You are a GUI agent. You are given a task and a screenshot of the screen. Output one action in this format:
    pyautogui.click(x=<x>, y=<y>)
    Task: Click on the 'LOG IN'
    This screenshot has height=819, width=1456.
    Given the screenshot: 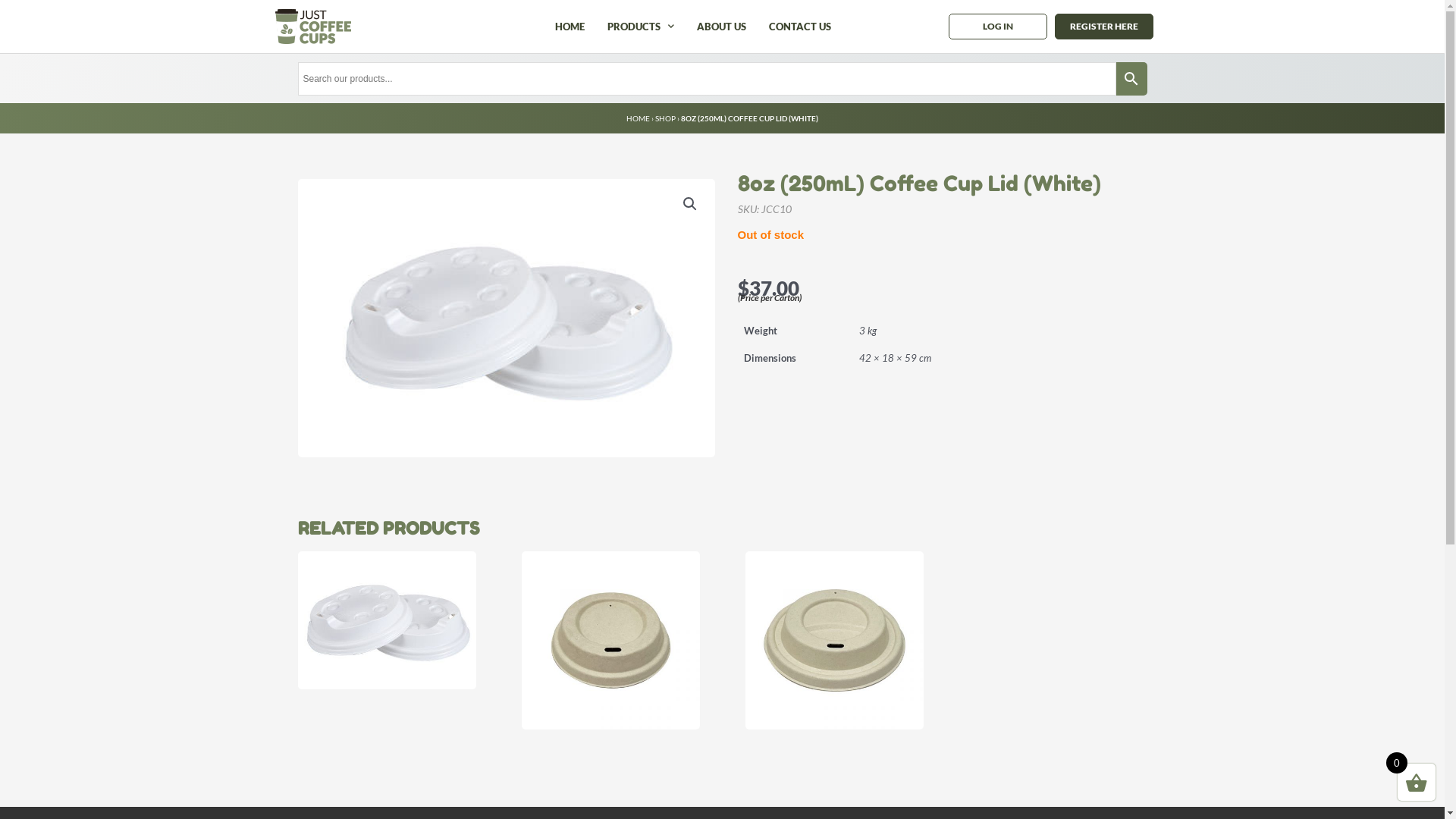 What is the action you would take?
    pyautogui.click(x=997, y=26)
    